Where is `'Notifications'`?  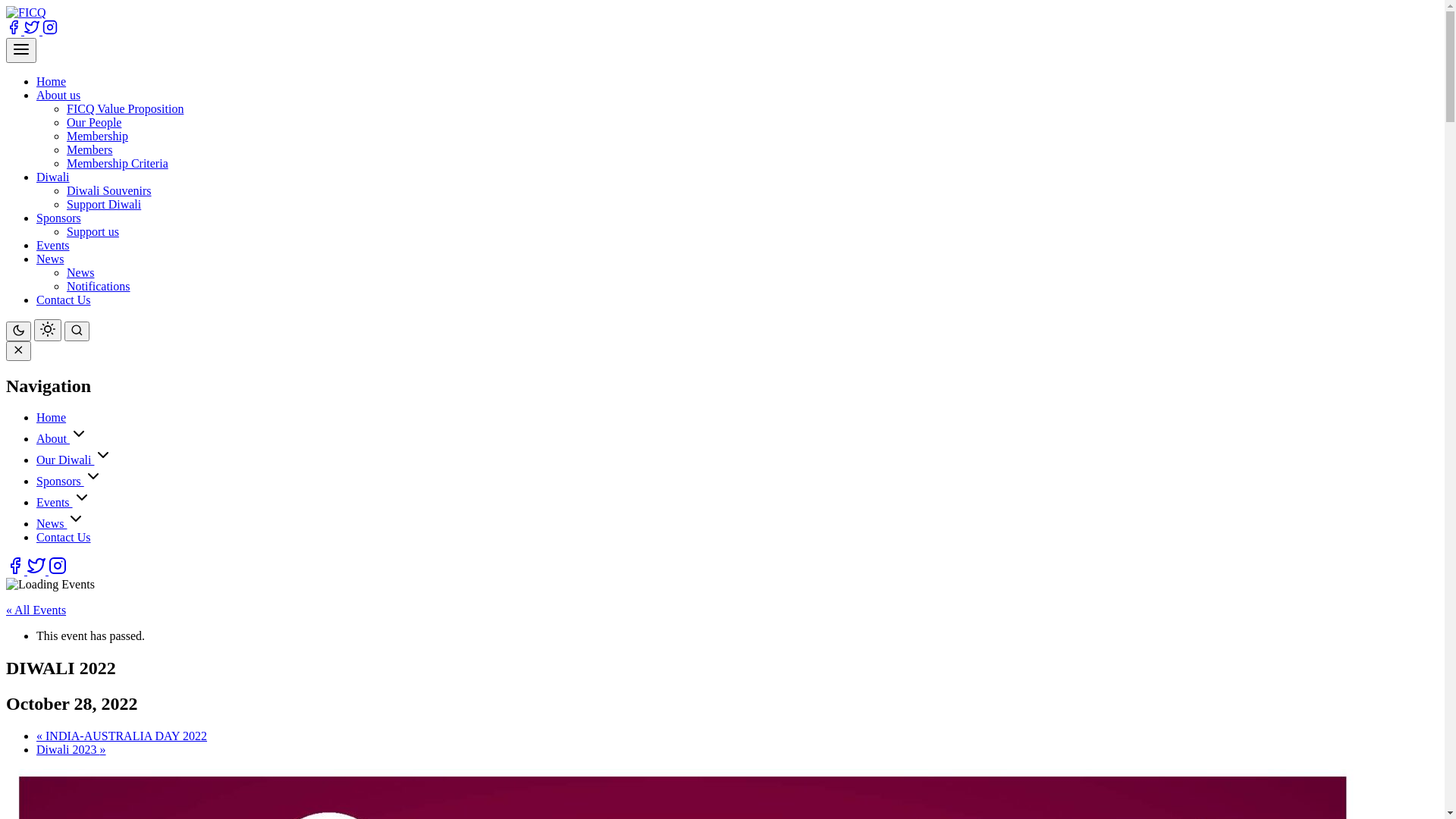 'Notifications' is located at coordinates (65, 286).